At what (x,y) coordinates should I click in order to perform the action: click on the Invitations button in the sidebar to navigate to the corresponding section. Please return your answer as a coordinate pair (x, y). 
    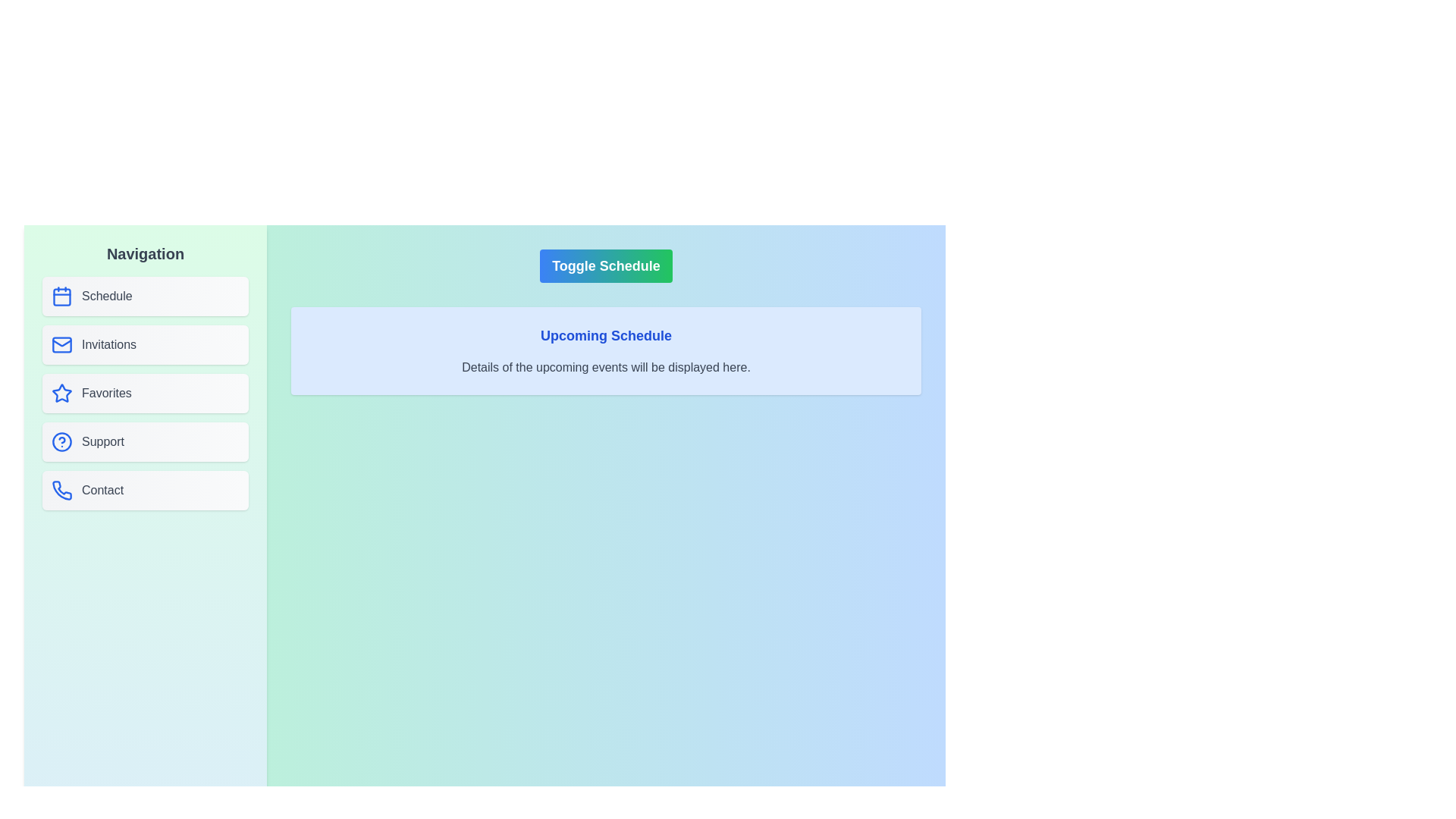
    Looking at the image, I should click on (146, 345).